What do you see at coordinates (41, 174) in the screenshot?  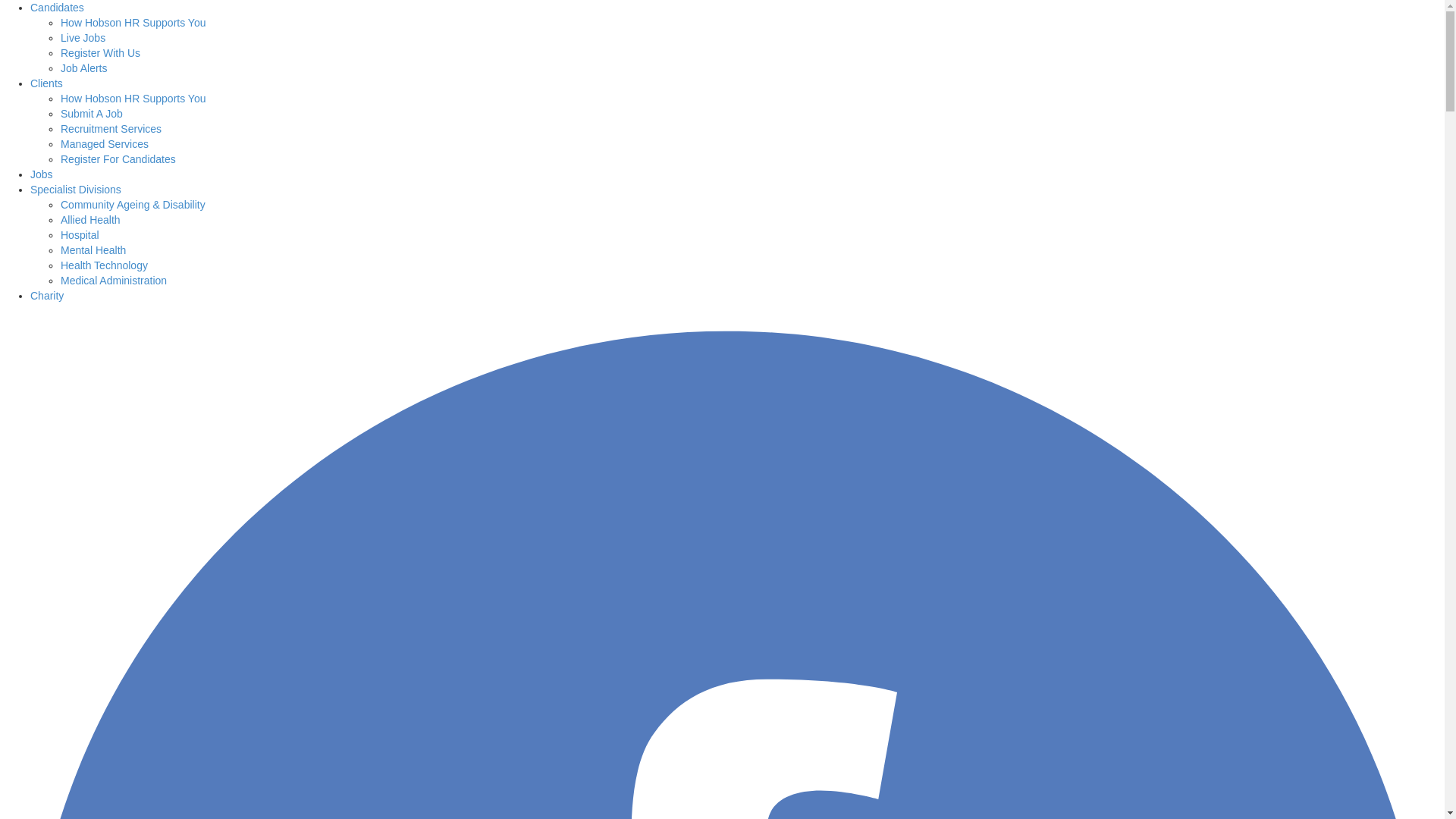 I see `'Jobs'` at bounding box center [41, 174].